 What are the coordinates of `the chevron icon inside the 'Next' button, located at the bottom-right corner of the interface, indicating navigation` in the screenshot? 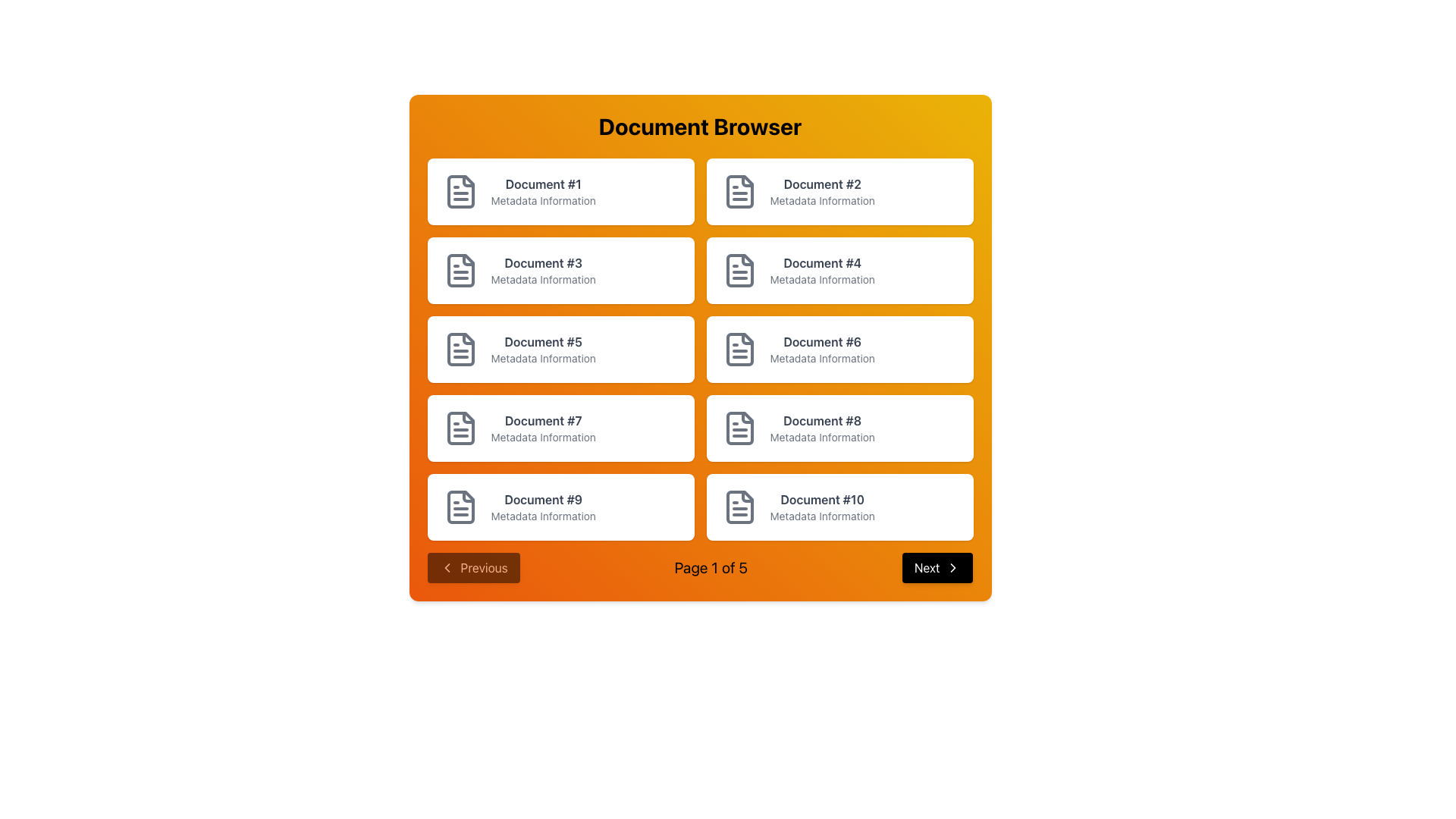 It's located at (952, 567).